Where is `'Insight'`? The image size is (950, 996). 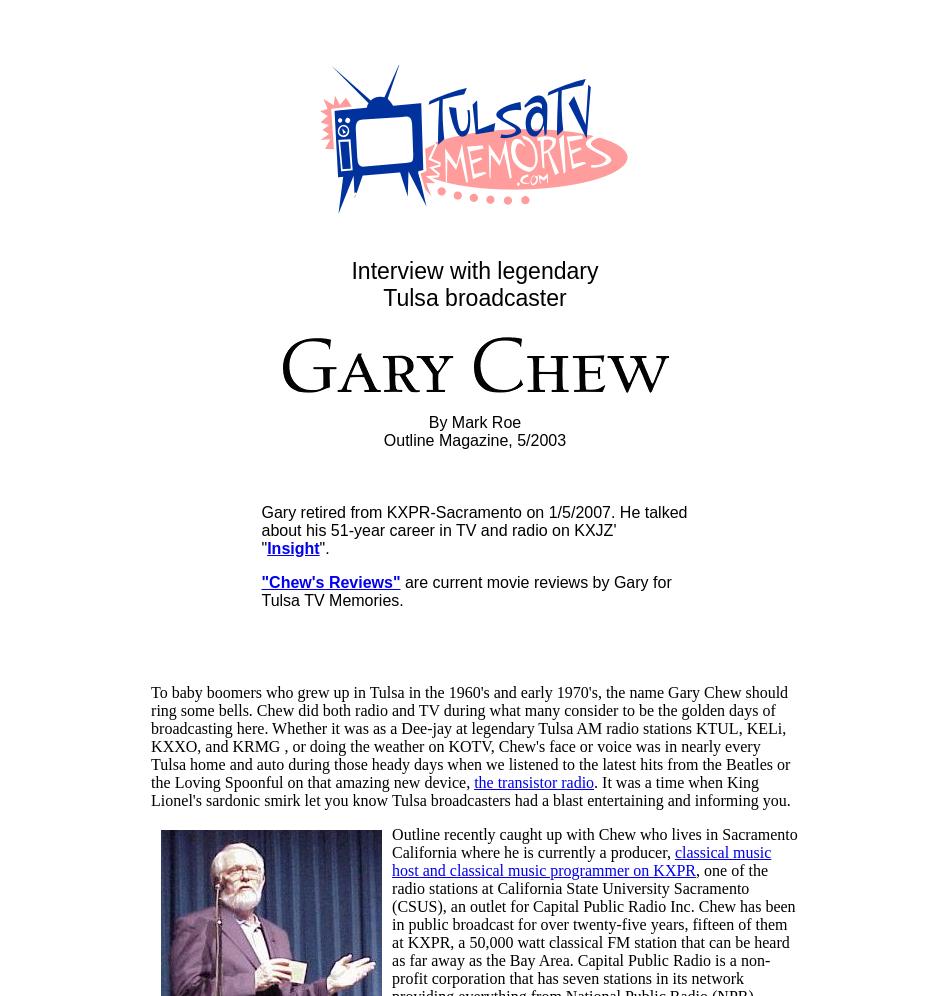
'Insight' is located at coordinates (266, 547).